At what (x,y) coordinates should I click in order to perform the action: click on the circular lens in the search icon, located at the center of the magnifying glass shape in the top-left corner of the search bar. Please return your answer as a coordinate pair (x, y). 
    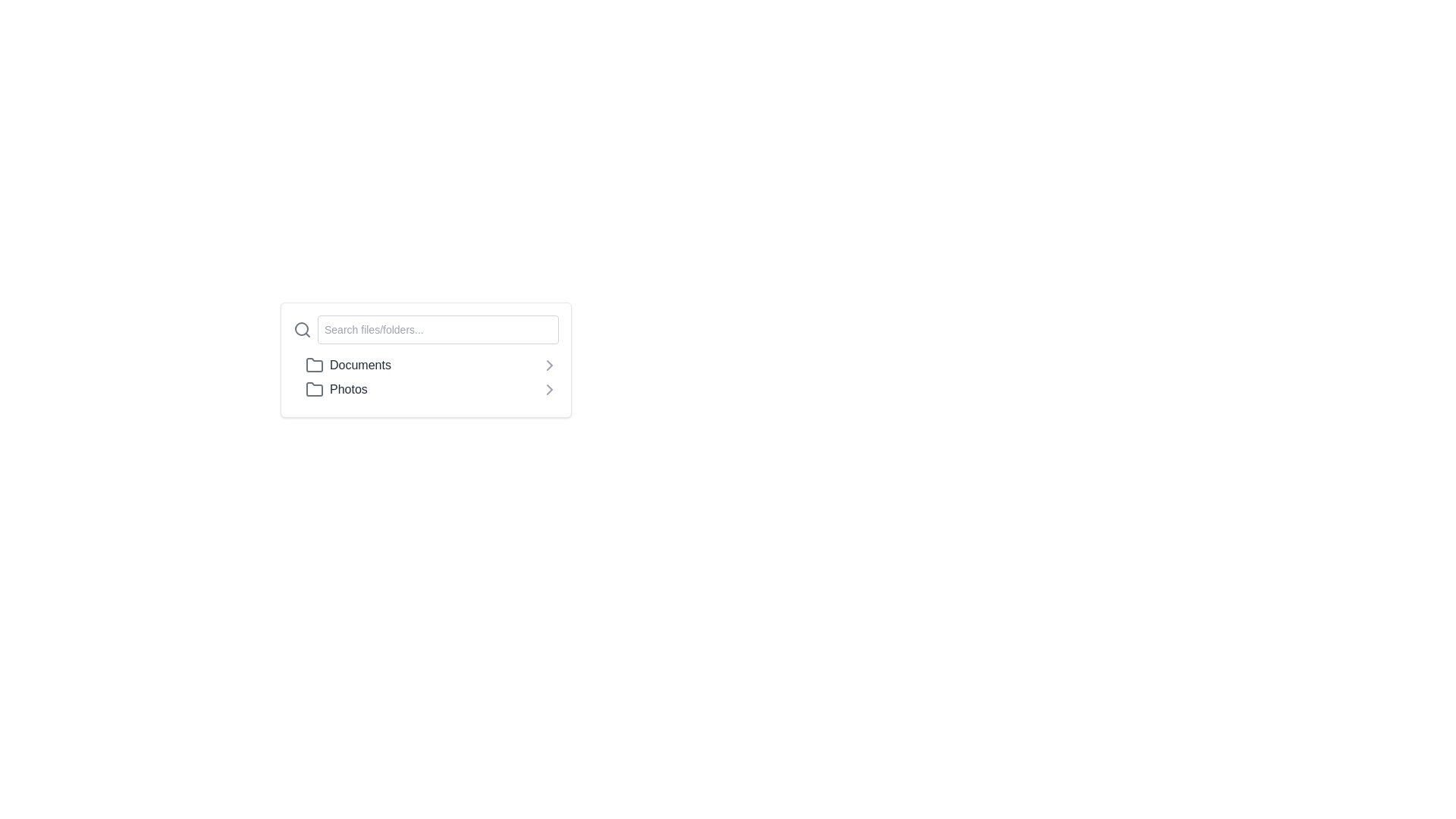
    Looking at the image, I should click on (302, 328).